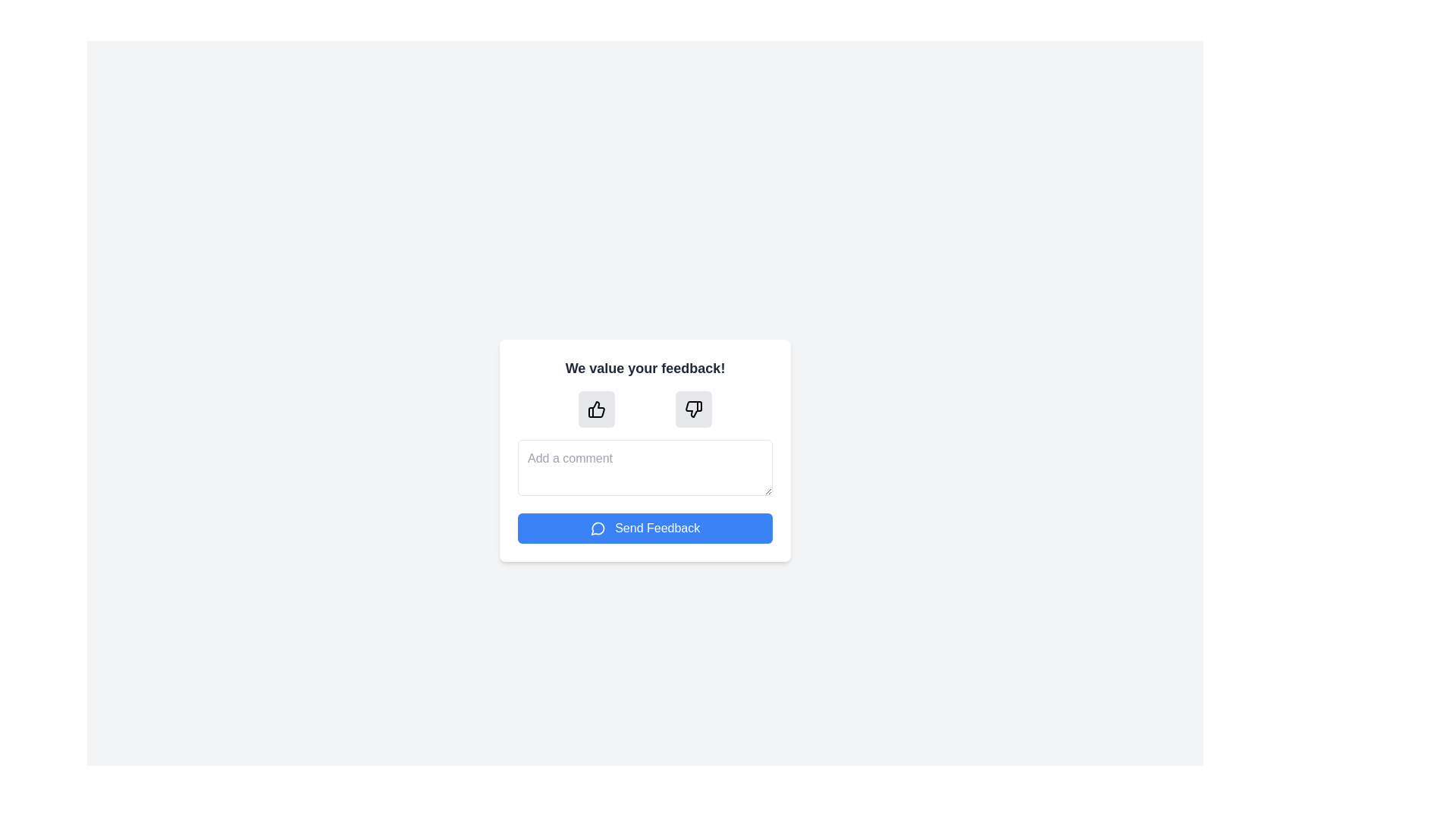 This screenshot has height=819, width=1456. I want to click on the 'Submit Feedback' button located at the bottom center of the feedback card, so click(645, 527).